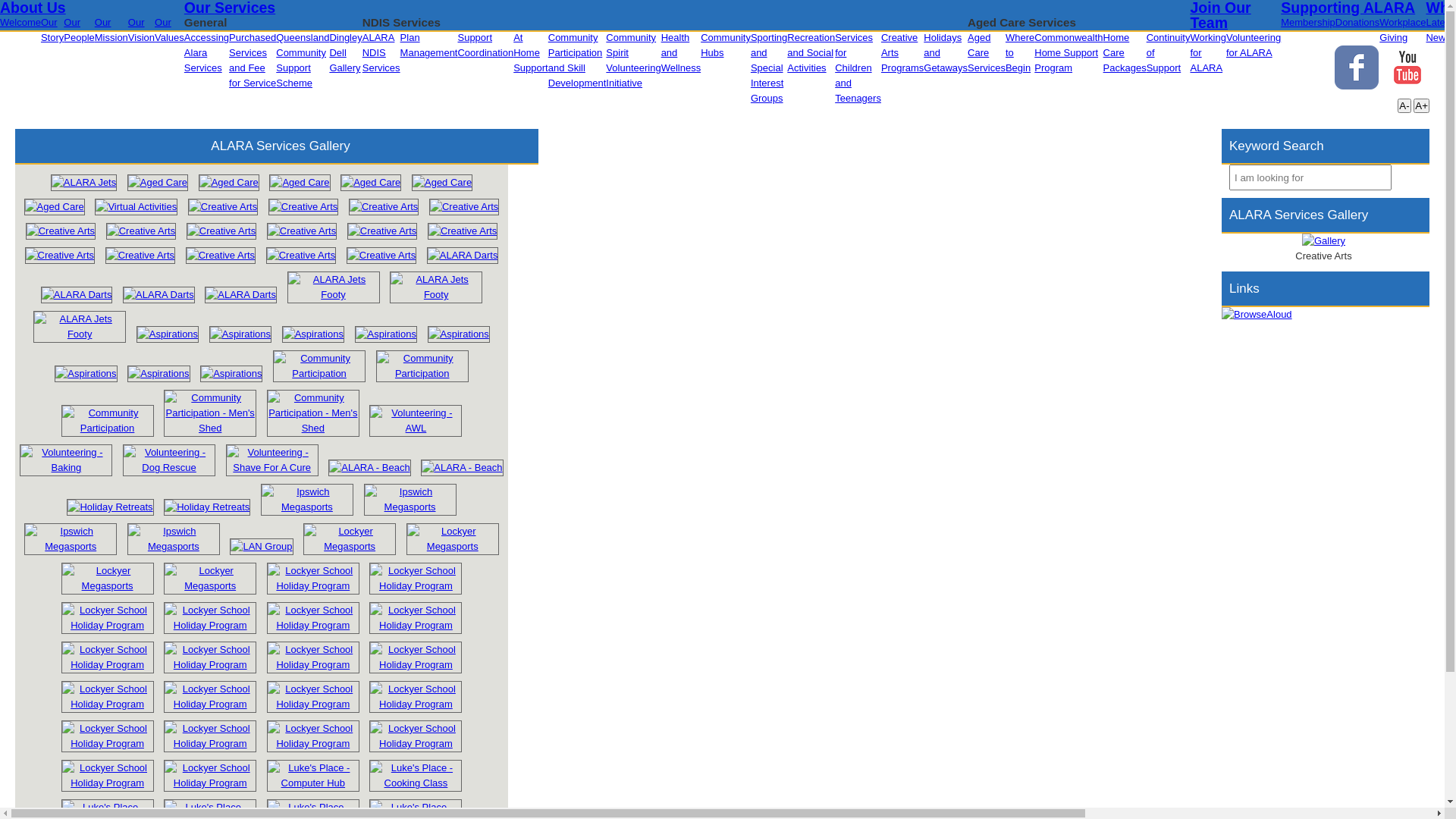 This screenshot has height=819, width=1456. I want to click on 'Go', so click(1404, 176).